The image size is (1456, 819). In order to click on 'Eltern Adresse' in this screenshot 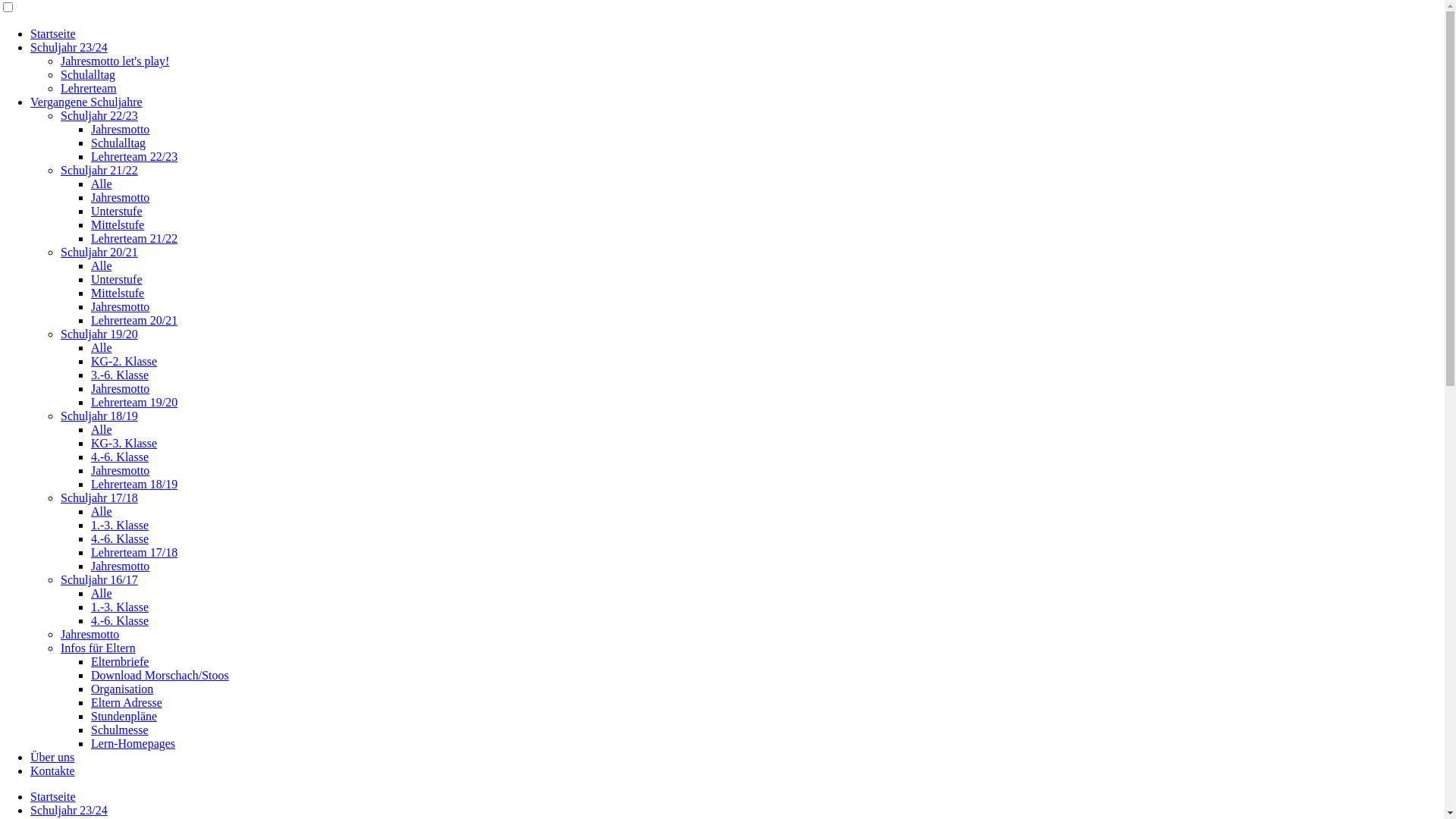, I will do `click(127, 702)`.